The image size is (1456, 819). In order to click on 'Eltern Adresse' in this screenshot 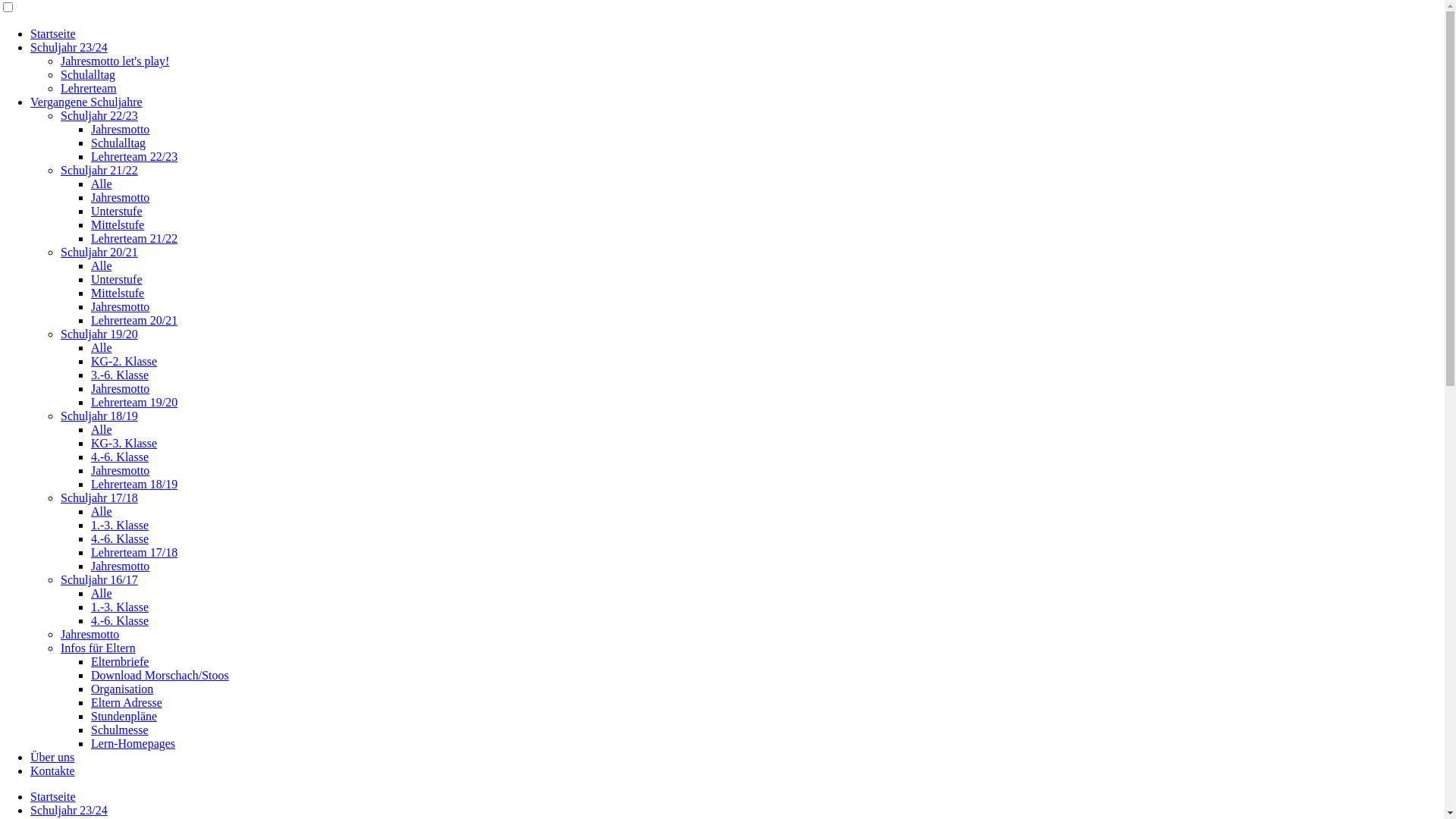, I will do `click(127, 702)`.